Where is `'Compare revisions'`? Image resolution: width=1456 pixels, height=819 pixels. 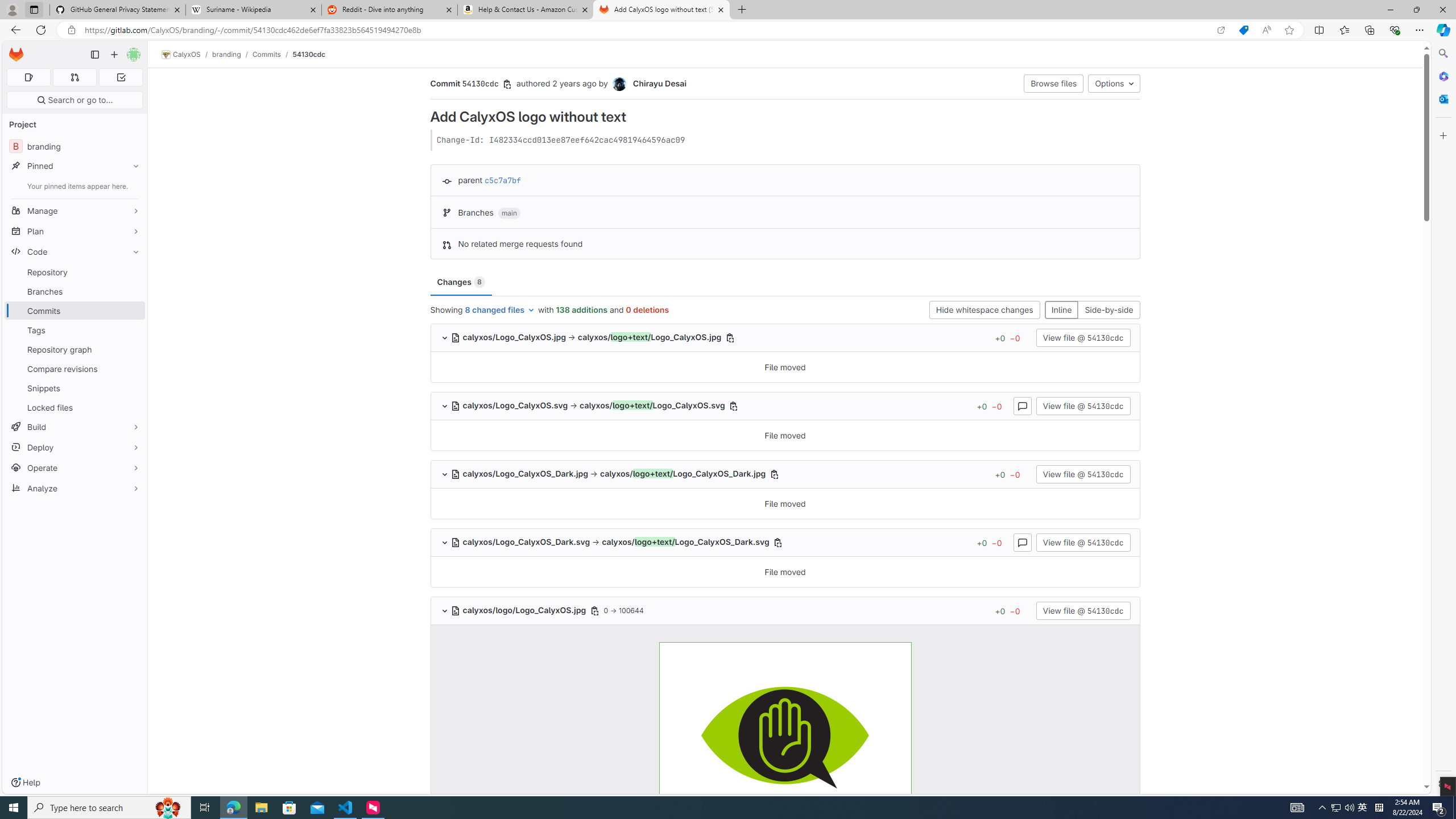 'Compare revisions' is located at coordinates (74, 368).